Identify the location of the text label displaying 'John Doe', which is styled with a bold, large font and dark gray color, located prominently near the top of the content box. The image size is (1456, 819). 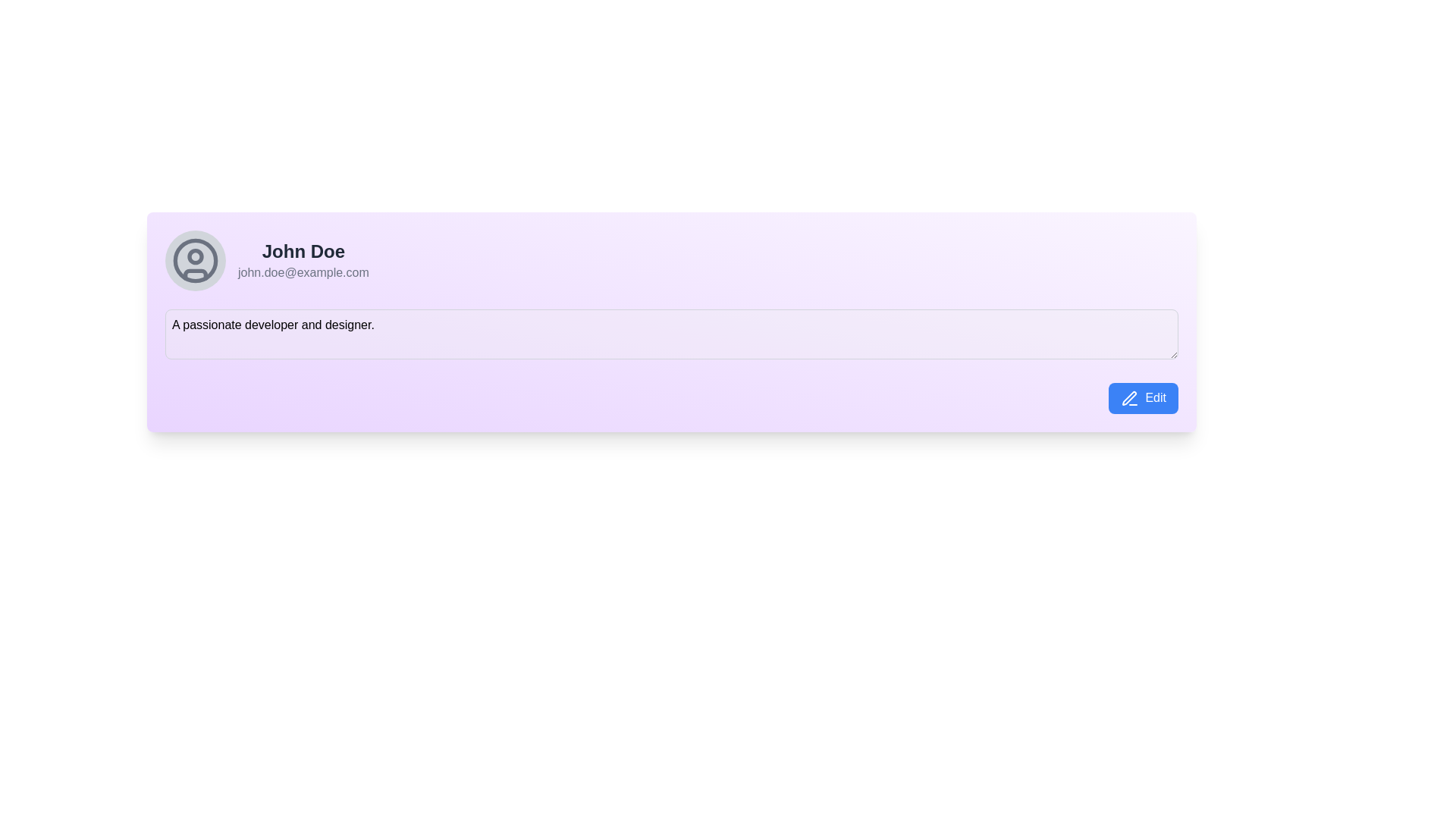
(303, 250).